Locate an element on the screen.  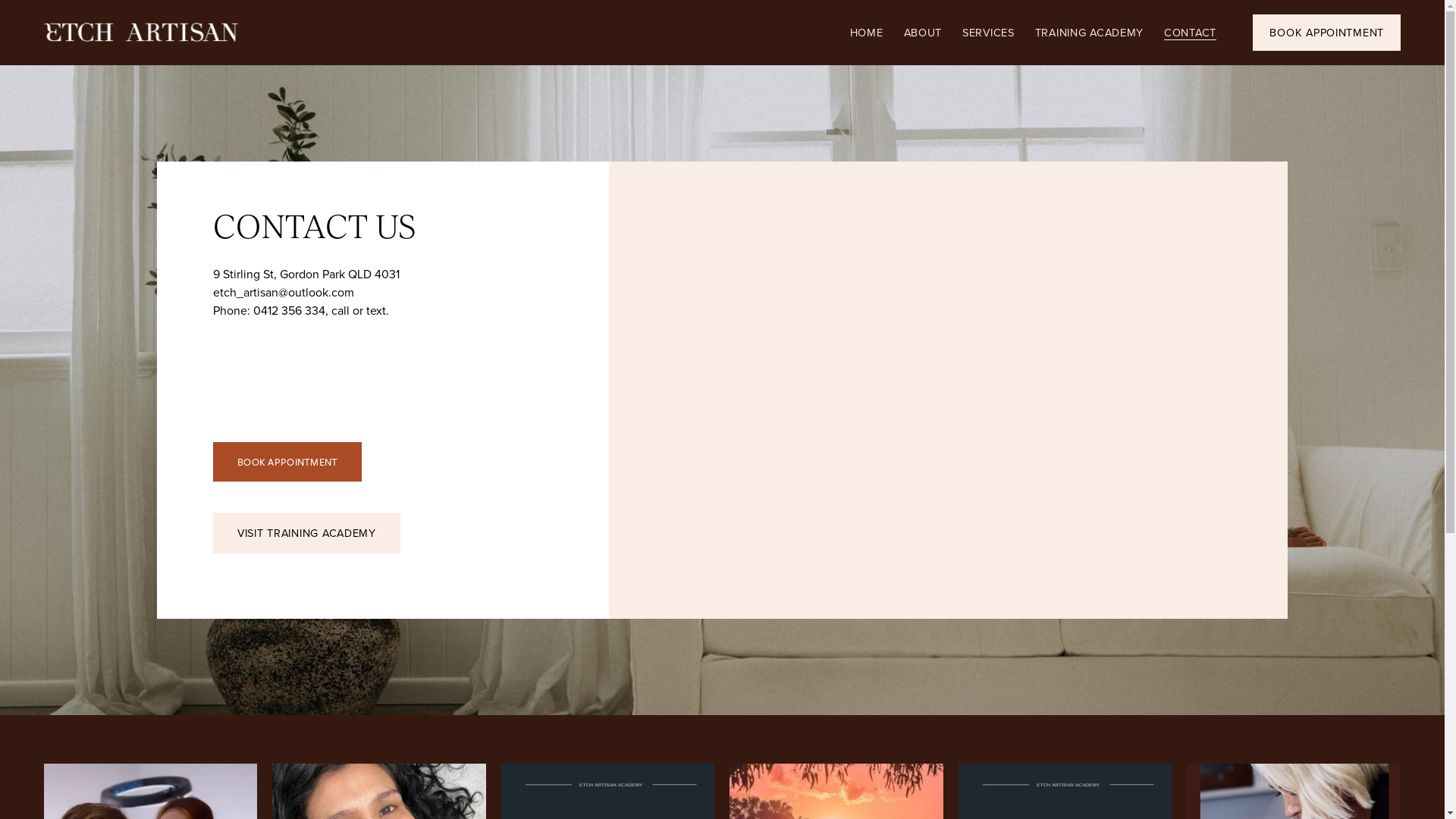
'SERVICES' is located at coordinates (961, 32).